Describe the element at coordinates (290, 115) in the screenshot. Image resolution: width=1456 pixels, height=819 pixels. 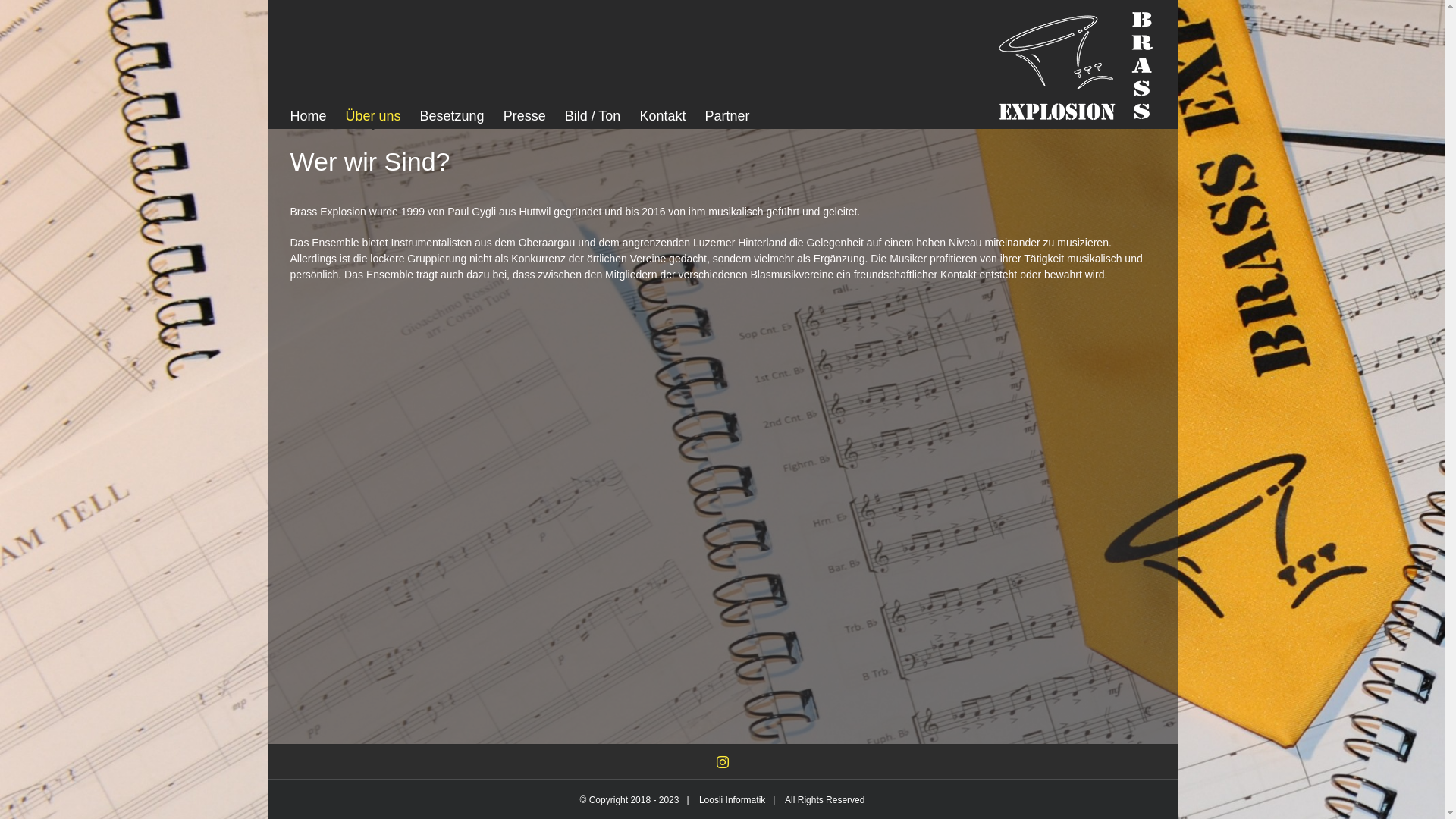
I see `'Home'` at that location.